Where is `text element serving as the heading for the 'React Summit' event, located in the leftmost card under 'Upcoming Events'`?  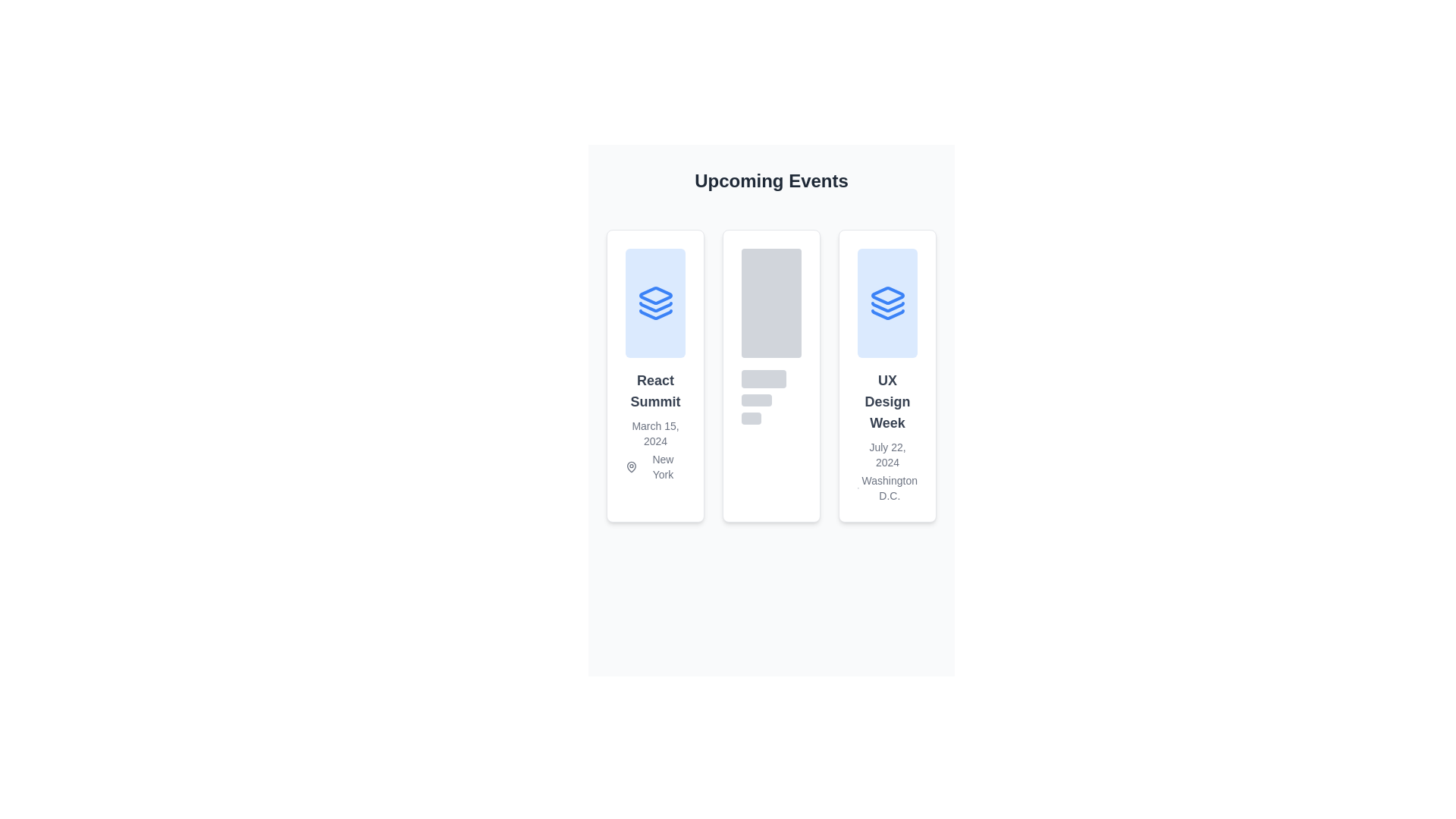 text element serving as the heading for the 'React Summit' event, located in the leftmost card under 'Upcoming Events' is located at coordinates (655, 391).